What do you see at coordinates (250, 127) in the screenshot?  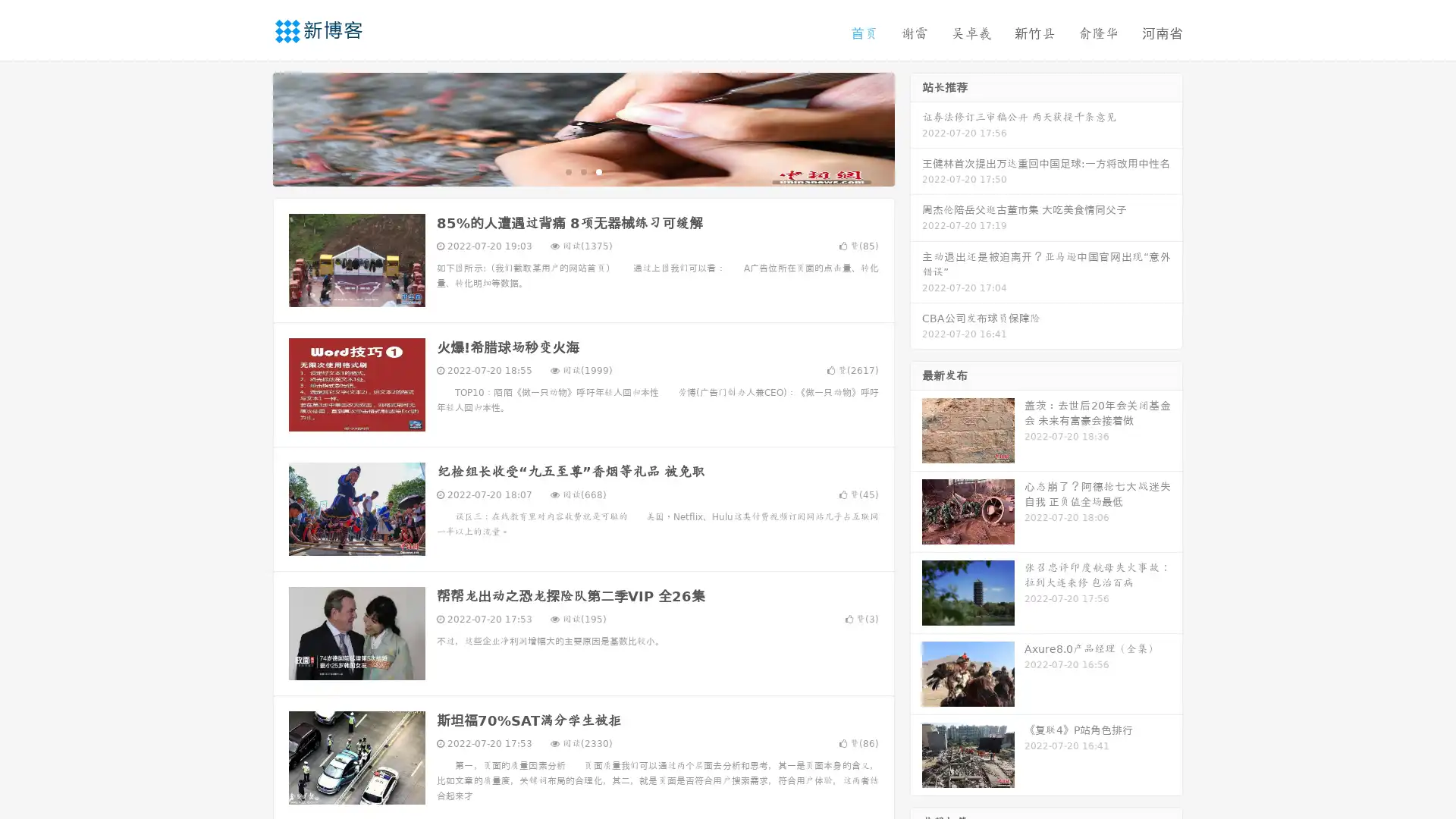 I see `Previous slide` at bounding box center [250, 127].